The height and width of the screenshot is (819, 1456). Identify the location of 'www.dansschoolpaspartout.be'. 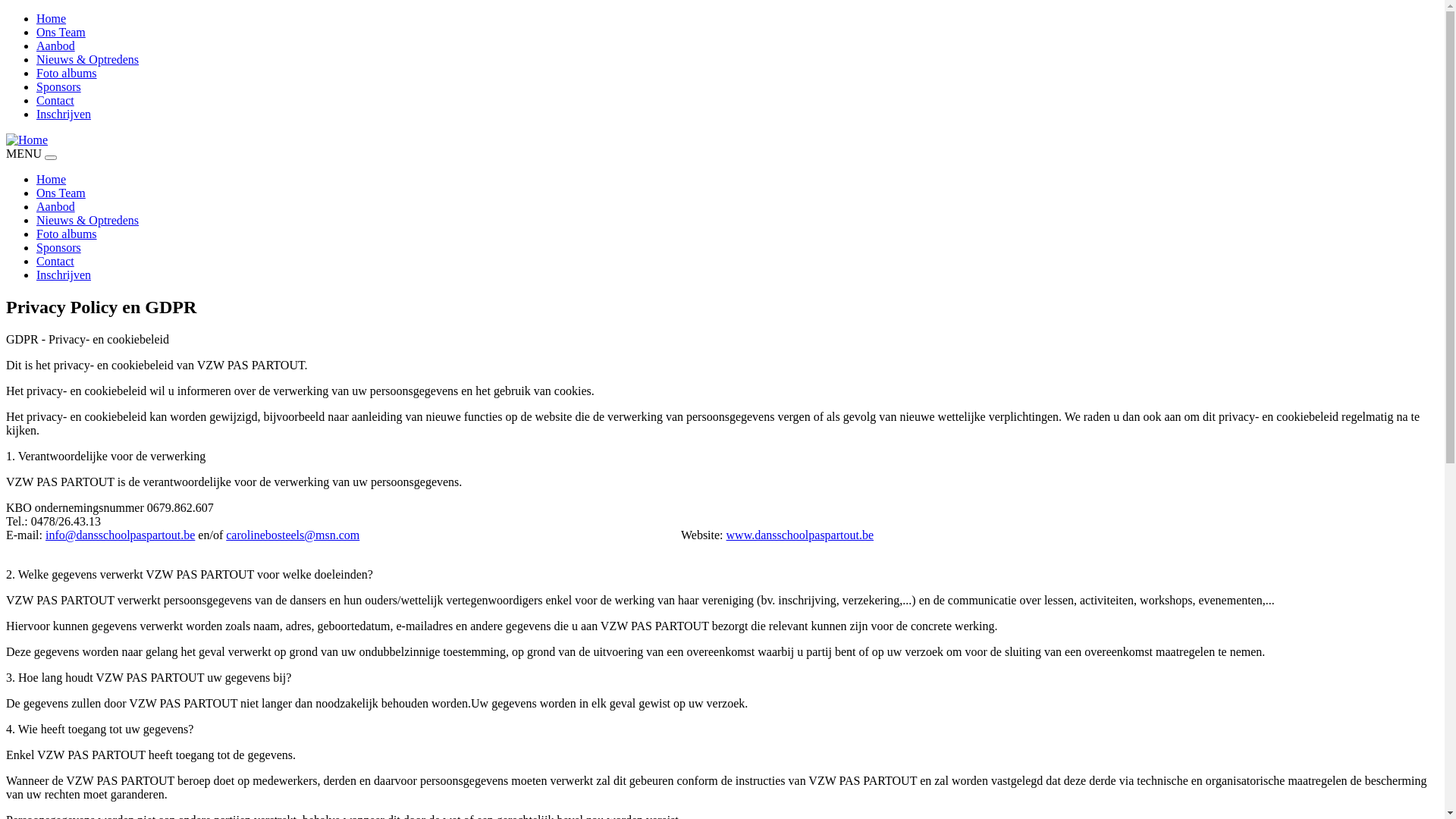
(799, 534).